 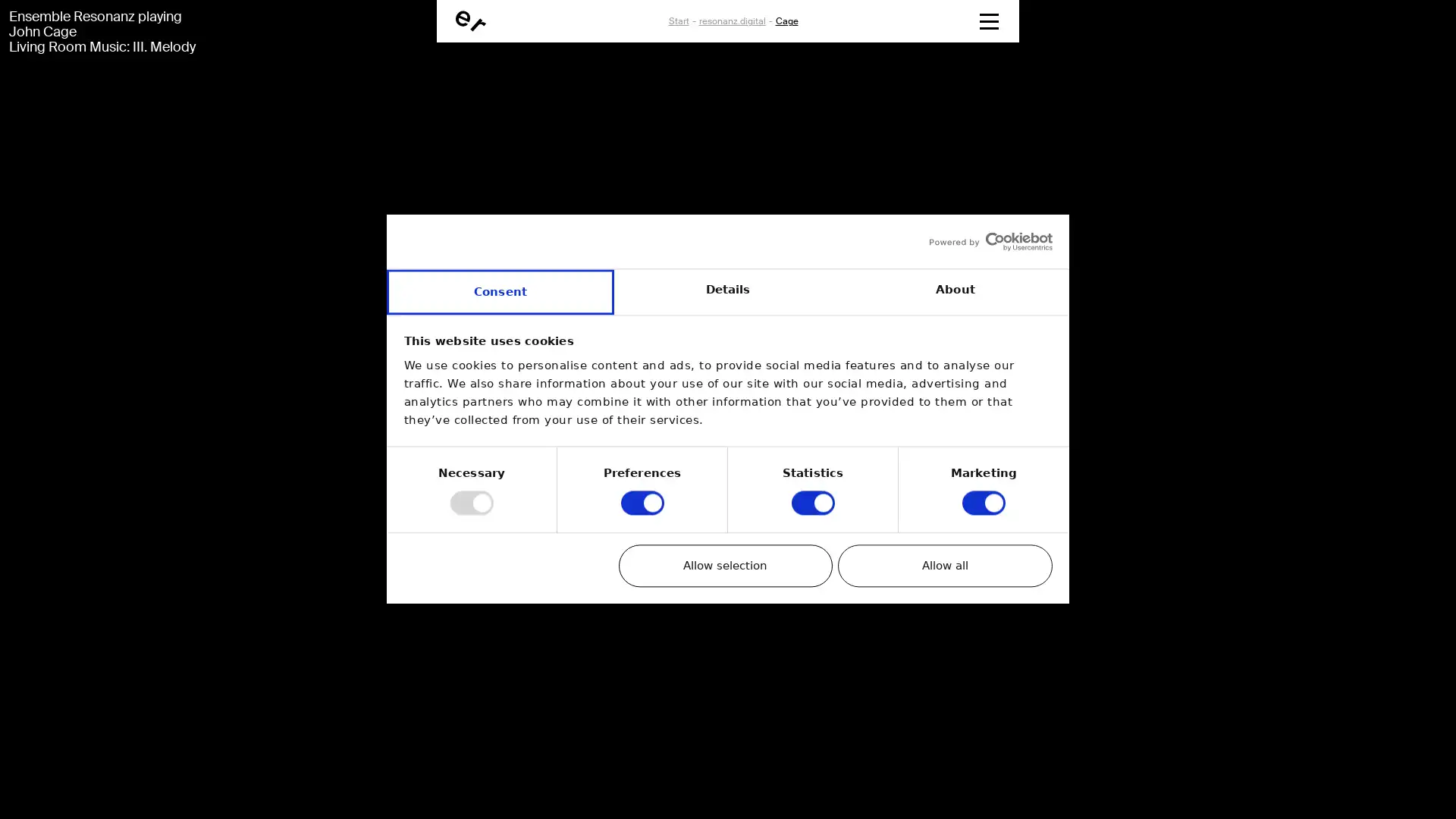 What do you see at coordinates (591, 801) in the screenshot?
I see `05` at bounding box center [591, 801].